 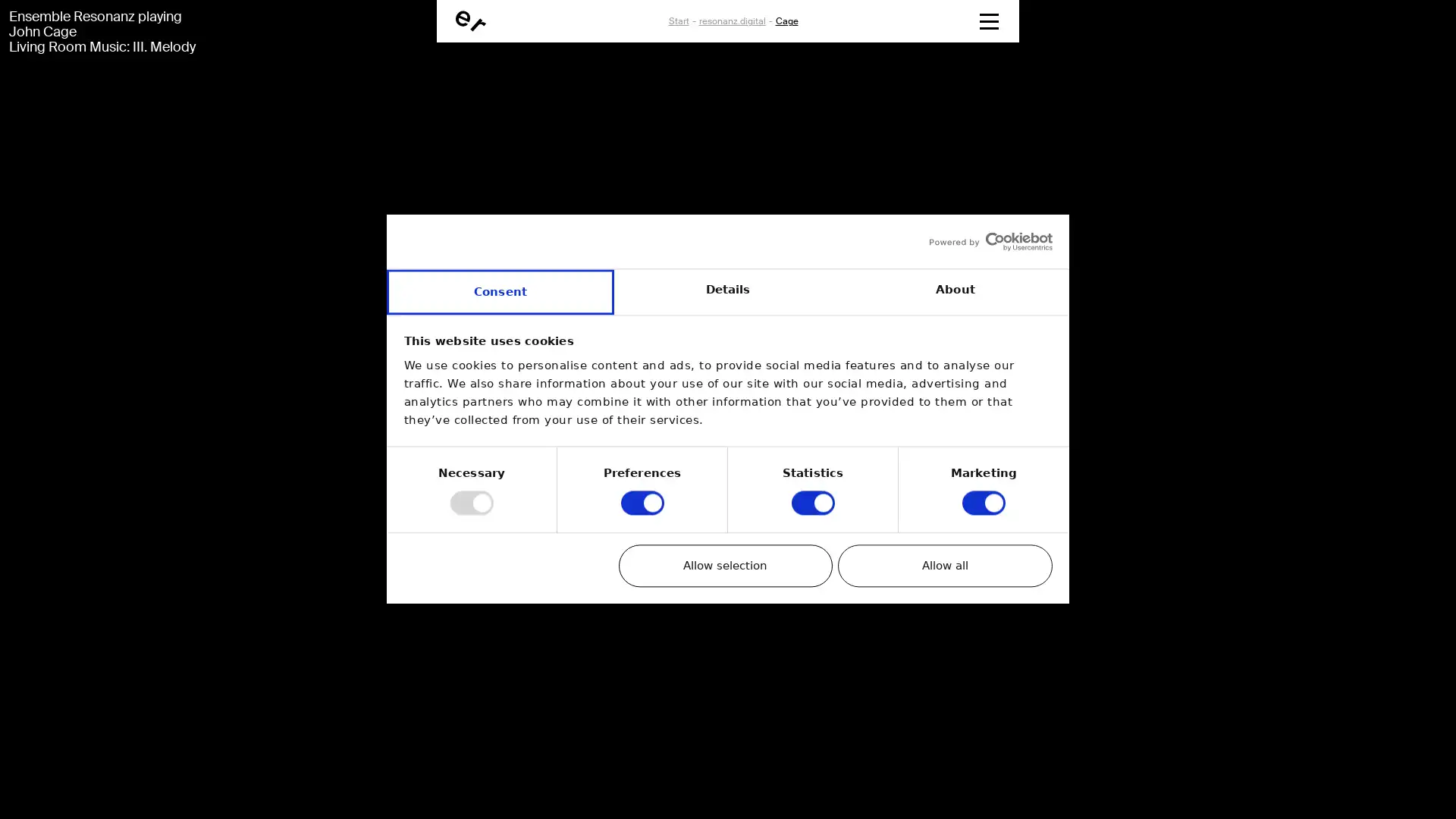 What do you see at coordinates (591, 801) in the screenshot?
I see `05` at bounding box center [591, 801].